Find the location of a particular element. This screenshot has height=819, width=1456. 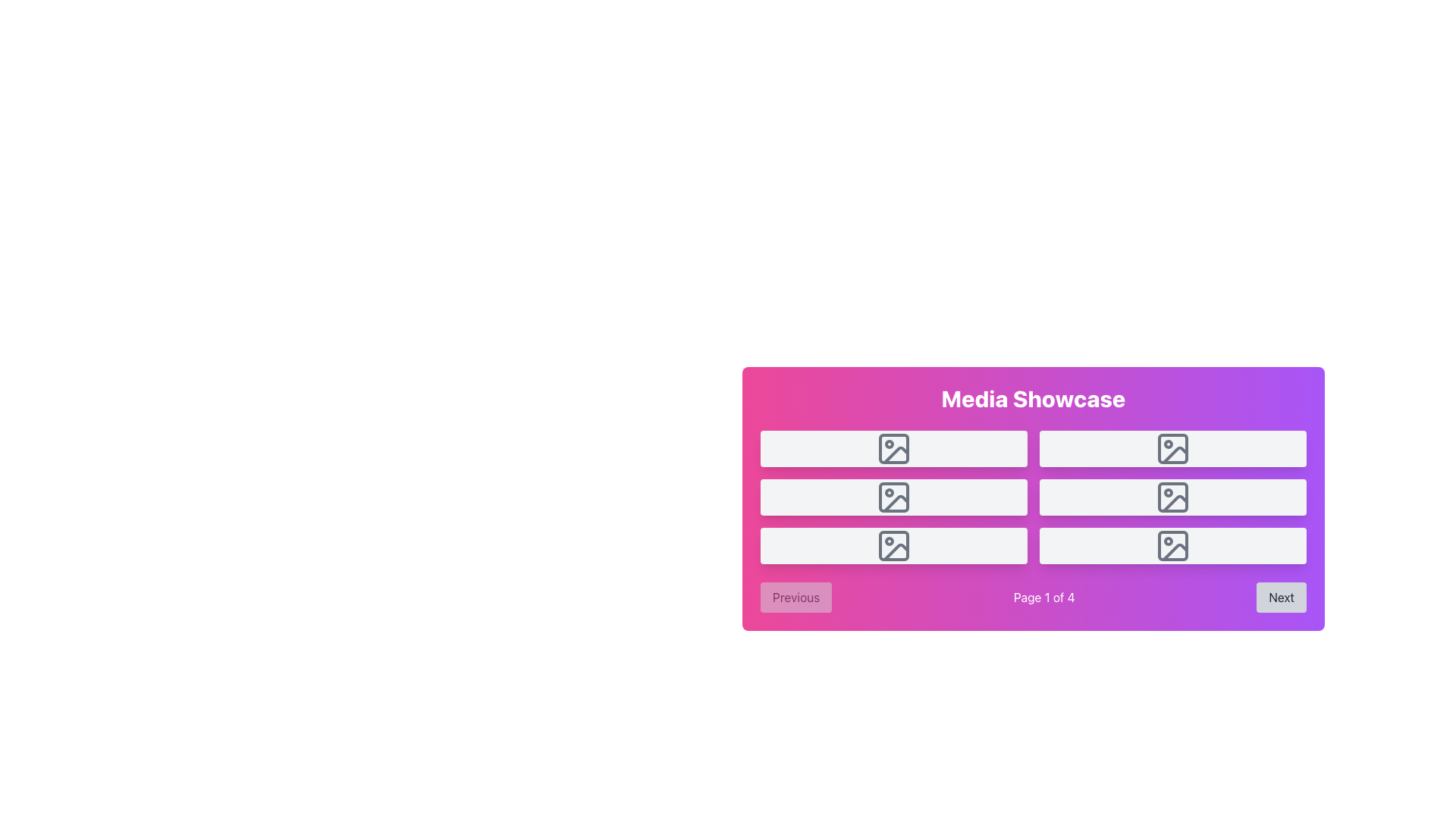

the SVG image representation that visually represents an image frame in the top-right cell under the 'Media Showcase' header is located at coordinates (1172, 447).